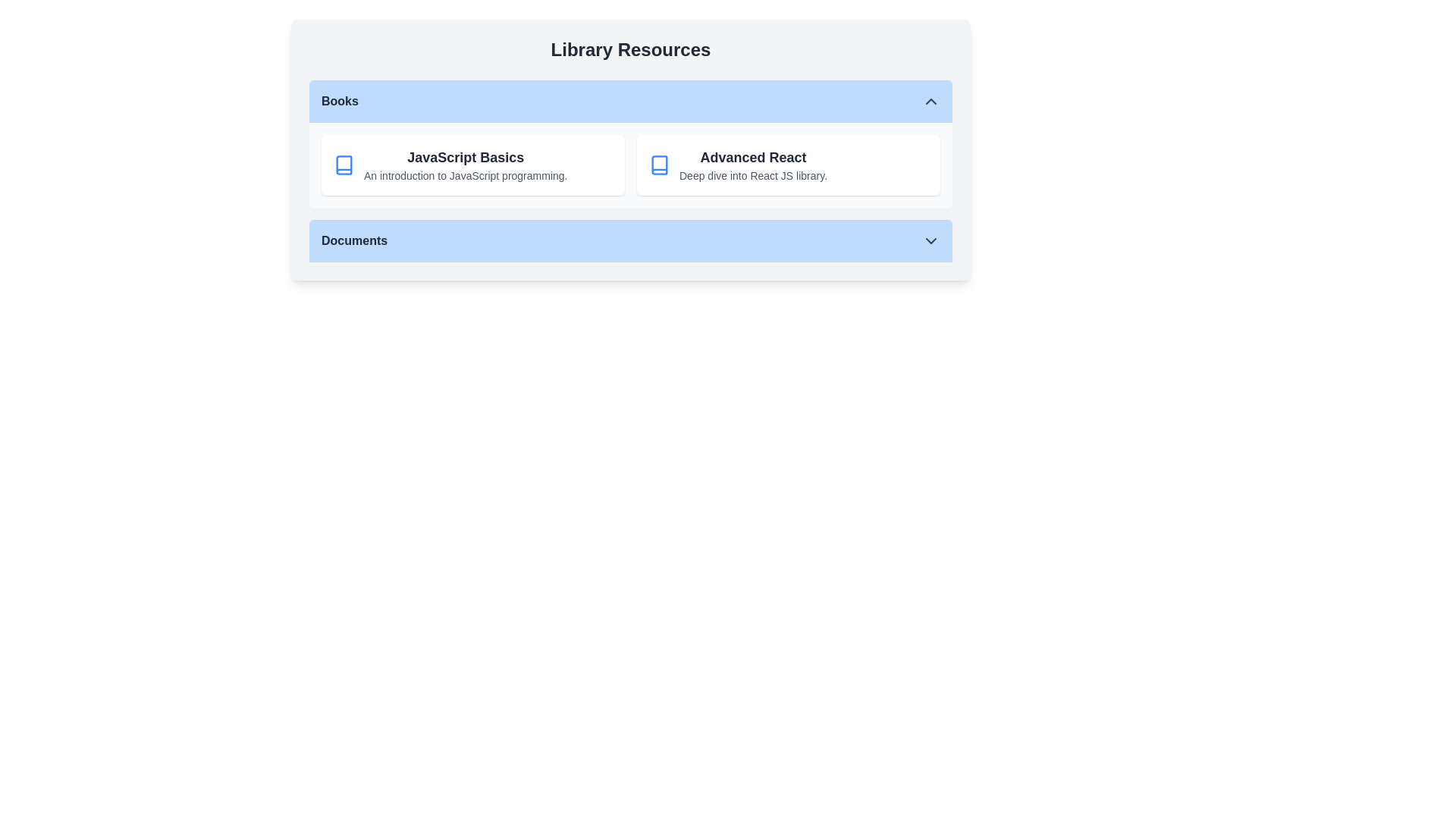  Describe the element at coordinates (465, 174) in the screenshot. I see `the descriptive subtitle for the 'JavaScript Basics' resource located in the 'Books' section, which is aligned with the book icon` at that location.